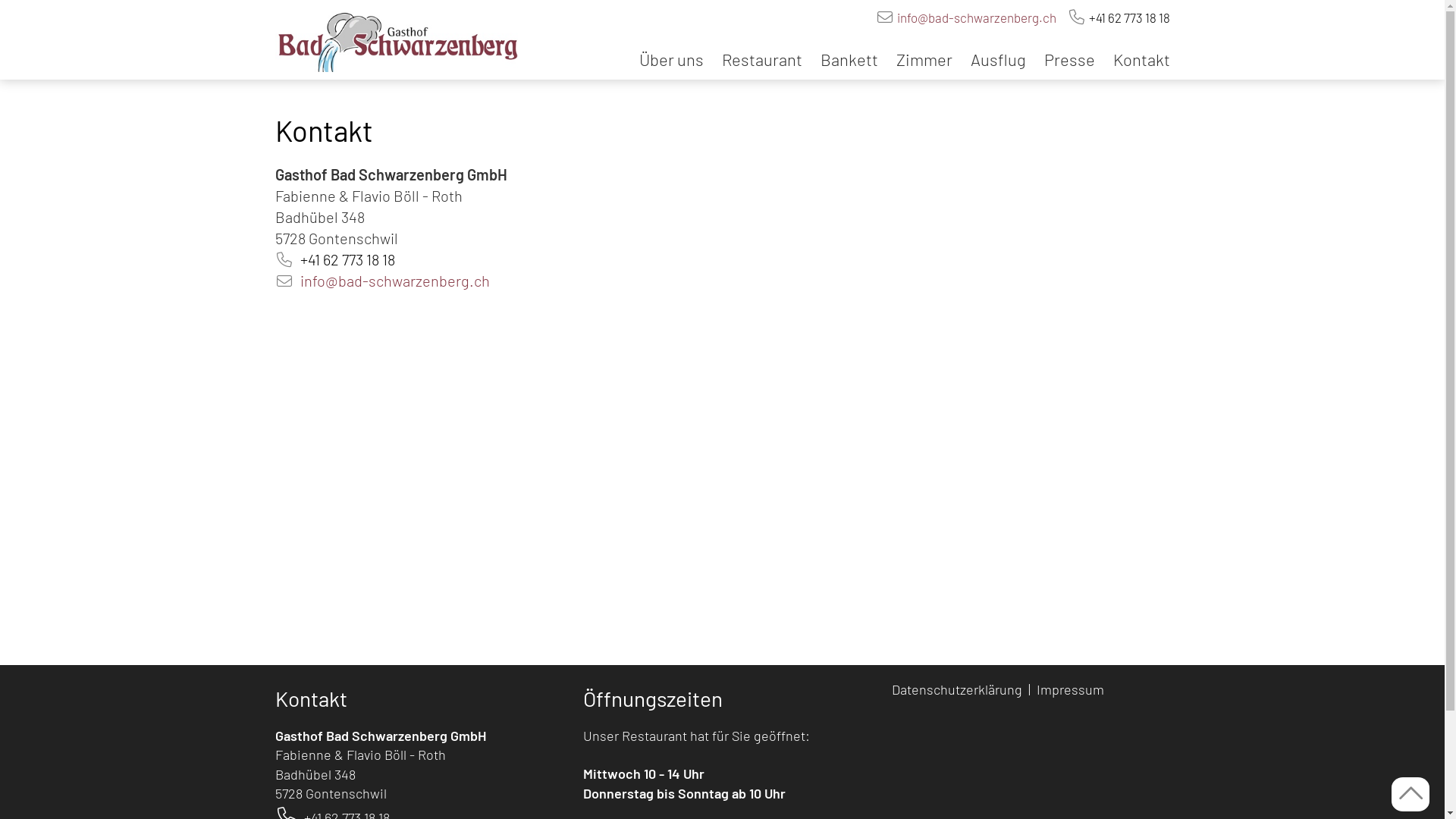  What do you see at coordinates (924, 58) in the screenshot?
I see `'Zimmer'` at bounding box center [924, 58].